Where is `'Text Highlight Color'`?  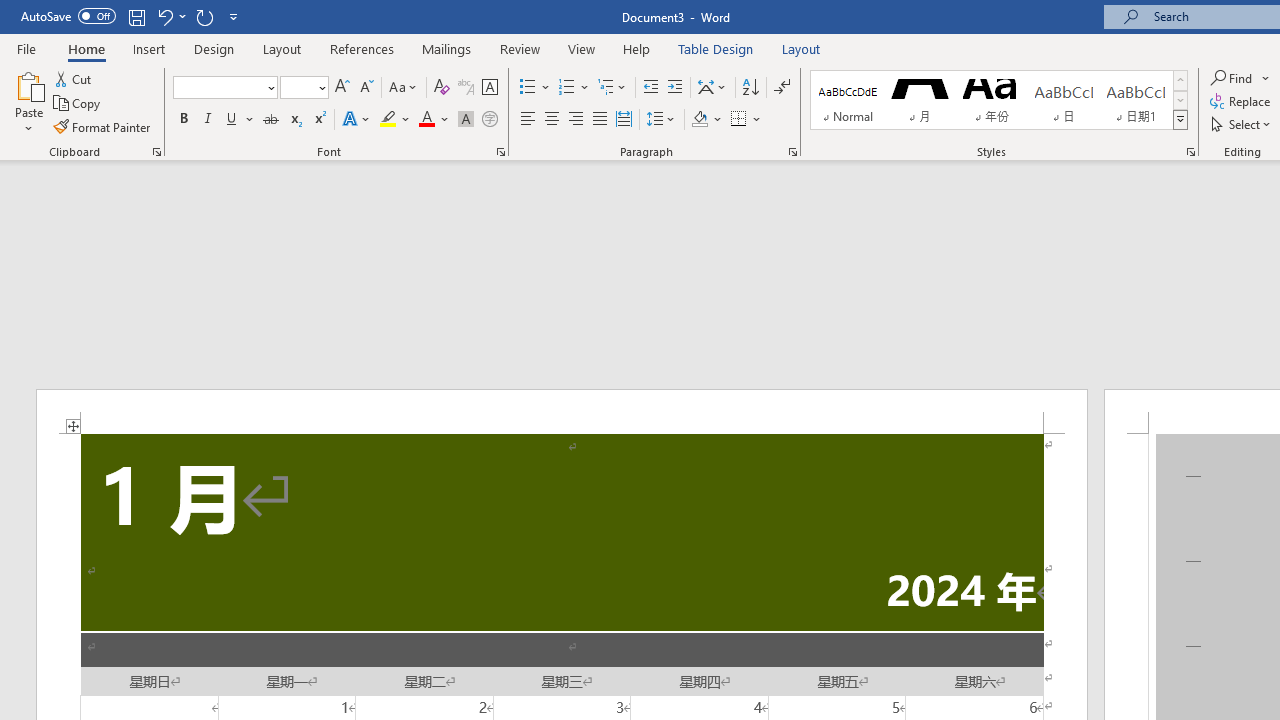 'Text Highlight Color' is located at coordinates (395, 119).